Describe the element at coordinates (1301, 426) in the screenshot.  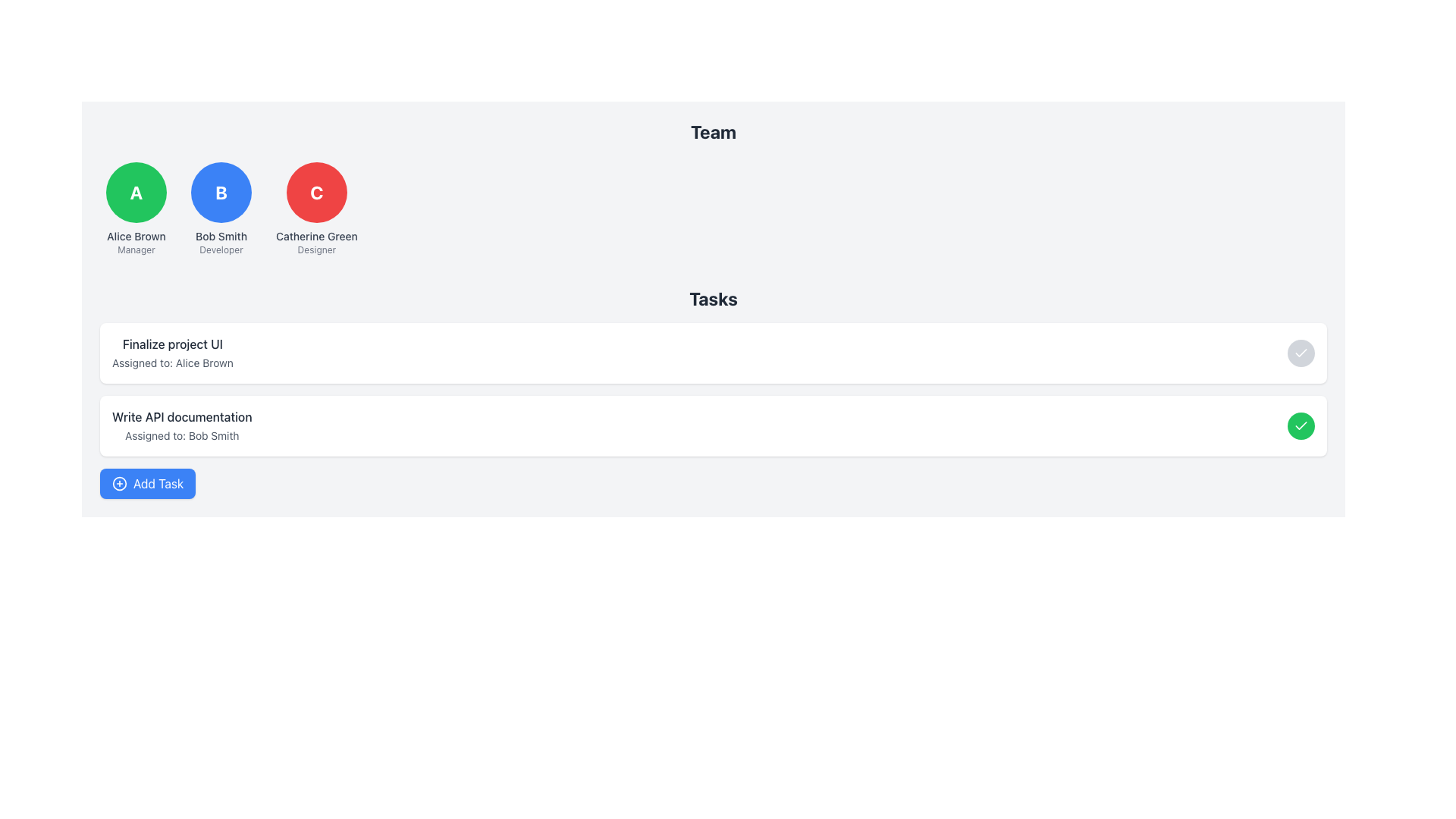
I see `the small green circular checkmark icon that indicates the completion status of the 'Write API documentation' task in the 'Tasks' section` at that location.